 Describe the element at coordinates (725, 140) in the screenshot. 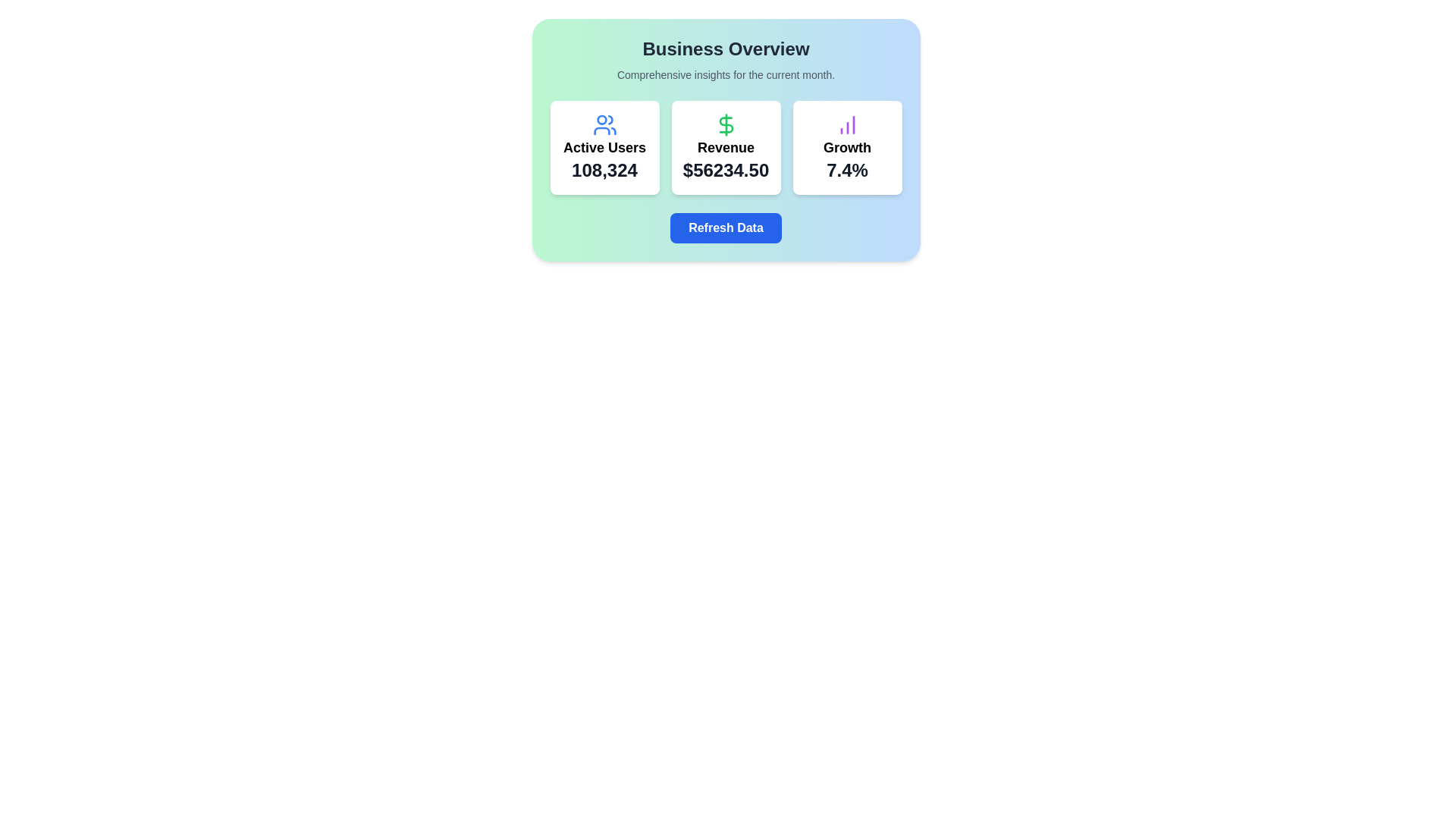

I see `the Informational card in the dashboard view` at that location.